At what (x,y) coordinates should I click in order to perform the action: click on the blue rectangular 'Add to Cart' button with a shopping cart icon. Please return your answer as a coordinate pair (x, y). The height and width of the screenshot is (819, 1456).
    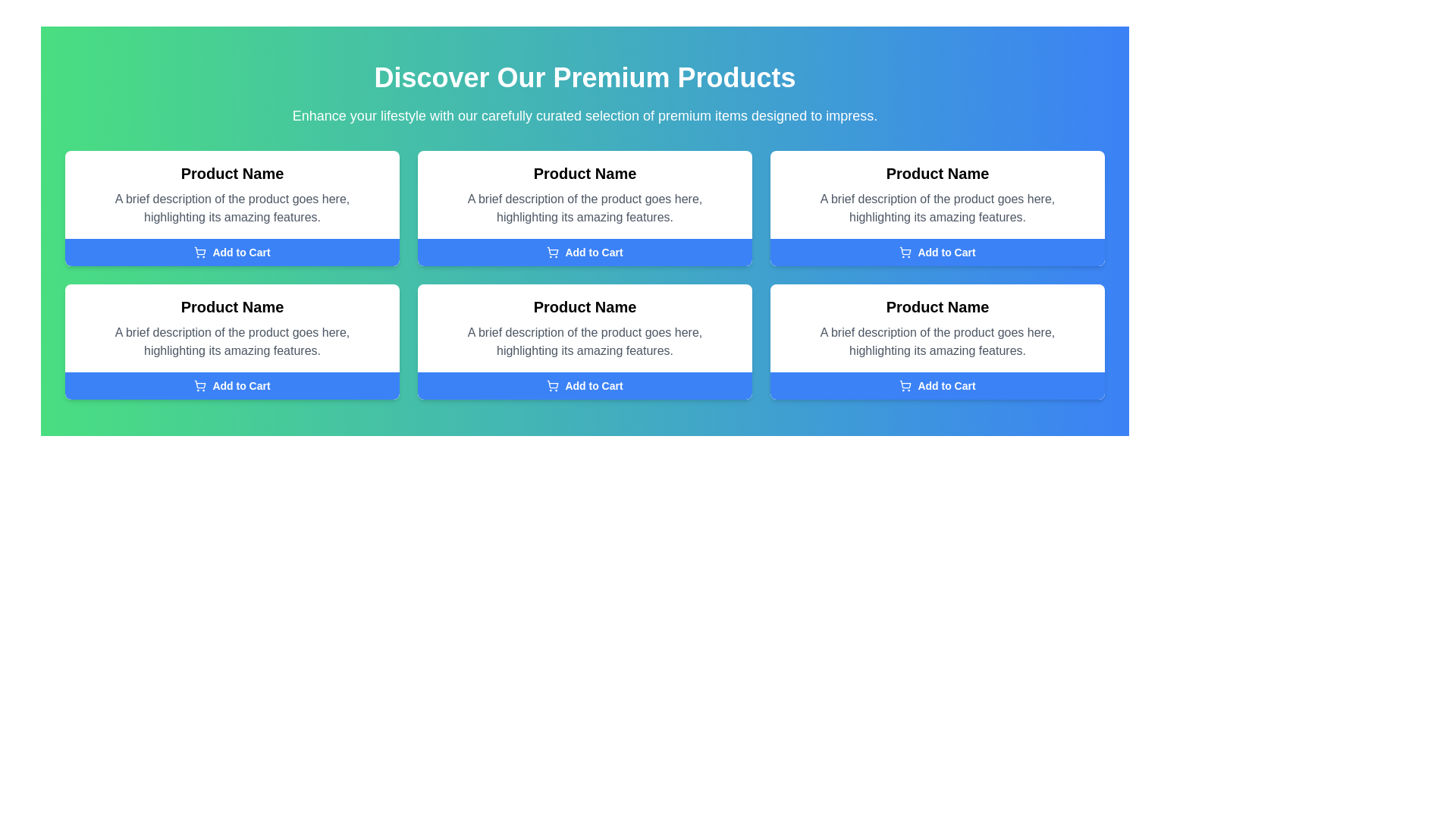
    Looking at the image, I should click on (584, 251).